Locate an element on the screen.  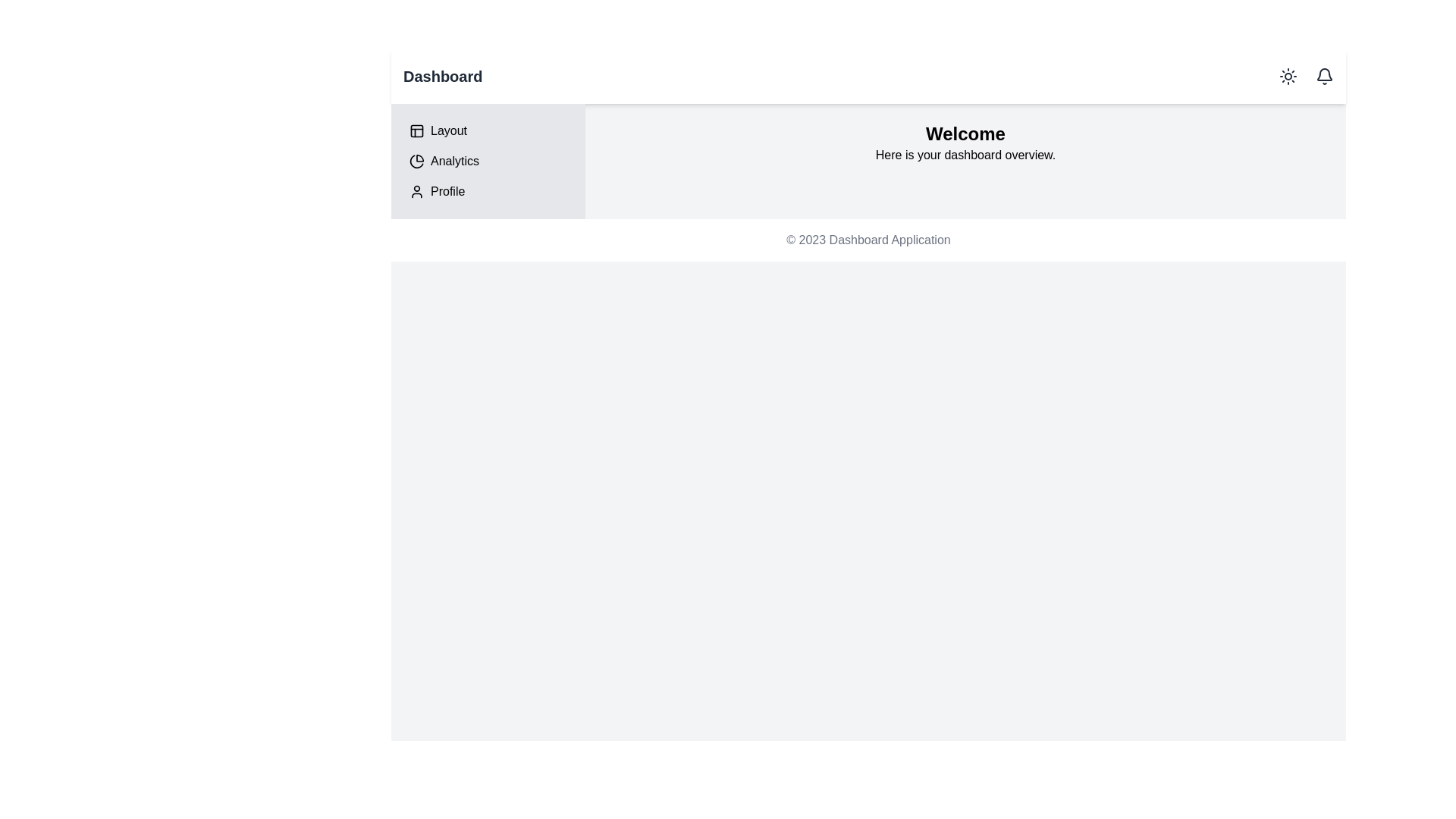
the Header text labeled 'Welcome', which is prominently displayed in bold and dark font at the top of the dashboard's main section is located at coordinates (965, 133).